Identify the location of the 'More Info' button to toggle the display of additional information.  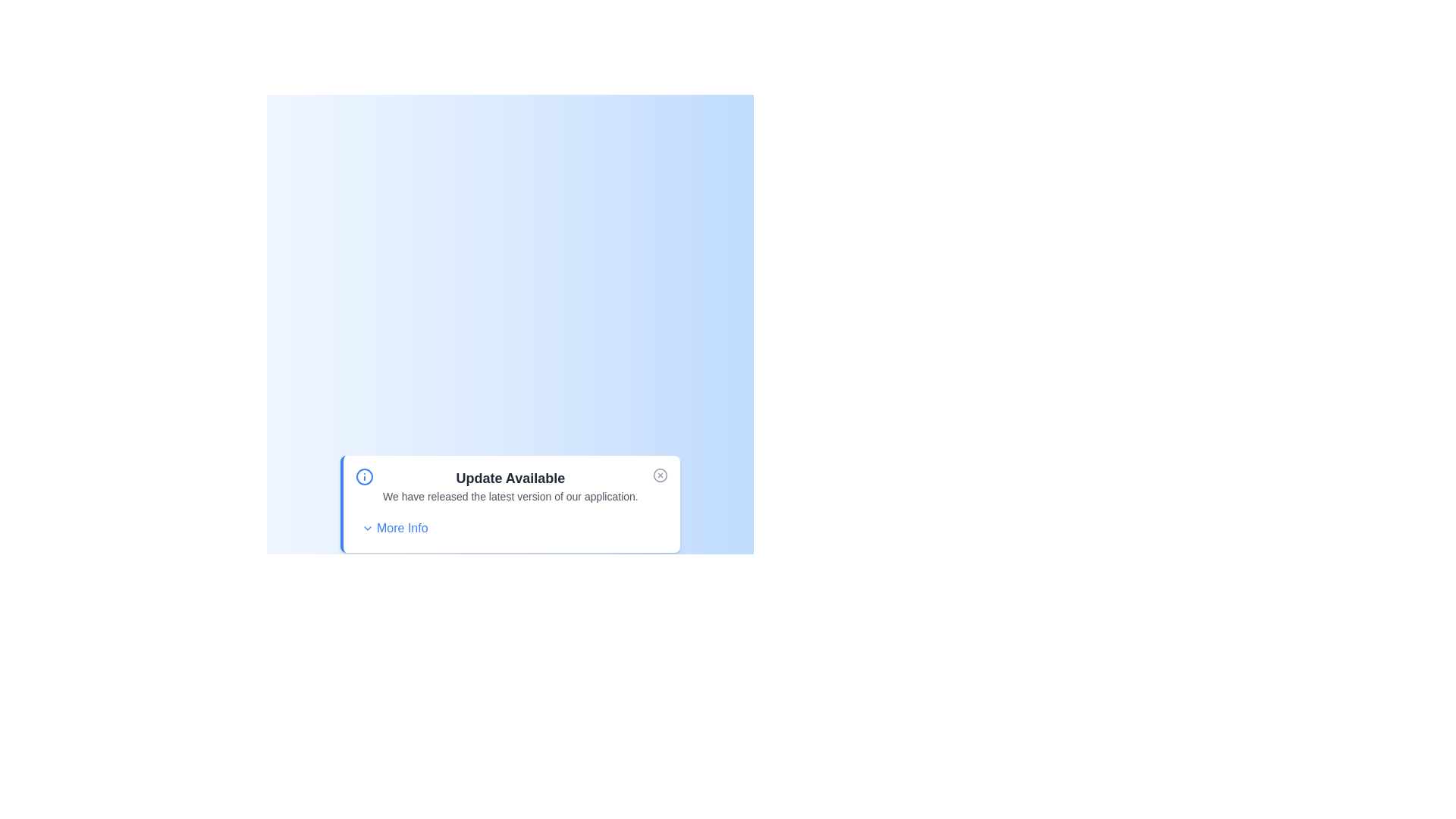
(394, 528).